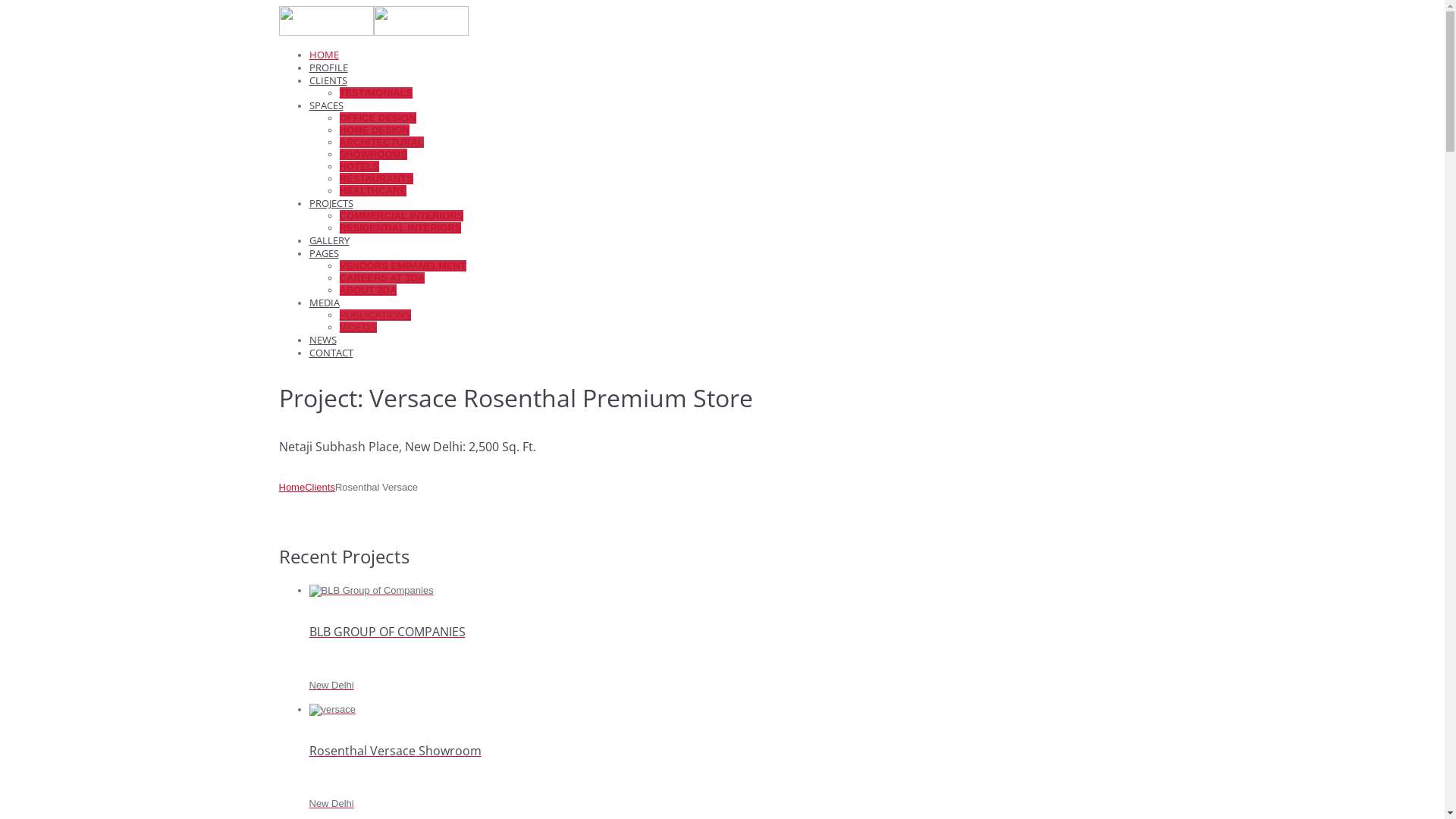 The image size is (1456, 819). Describe the element at coordinates (338, 215) in the screenshot. I see `'COMMERCIAL INTERIORS'` at that location.